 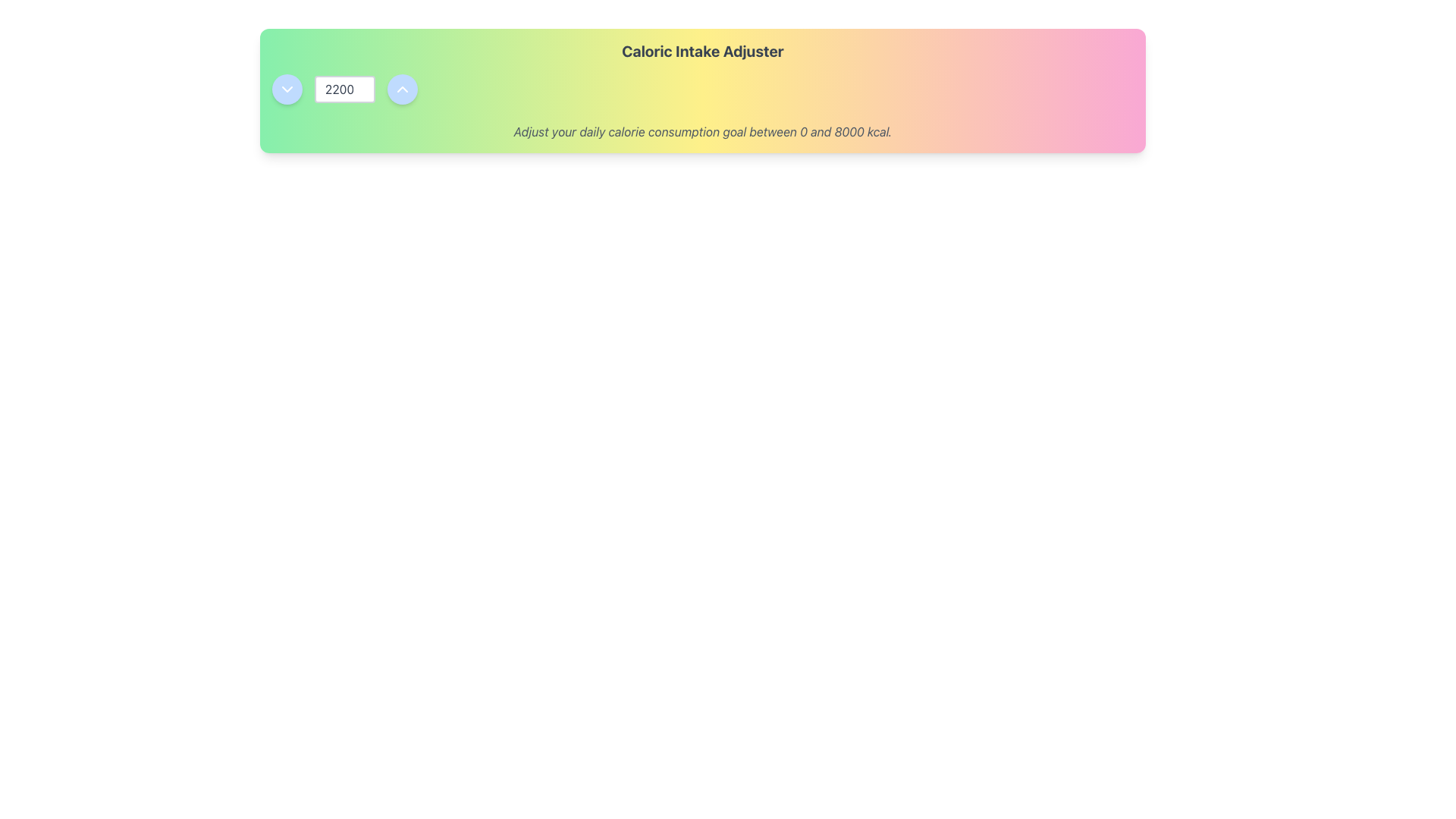 What do you see at coordinates (344, 89) in the screenshot?
I see `the numeric input field with the light gray border and background that contains the value '2200'` at bounding box center [344, 89].